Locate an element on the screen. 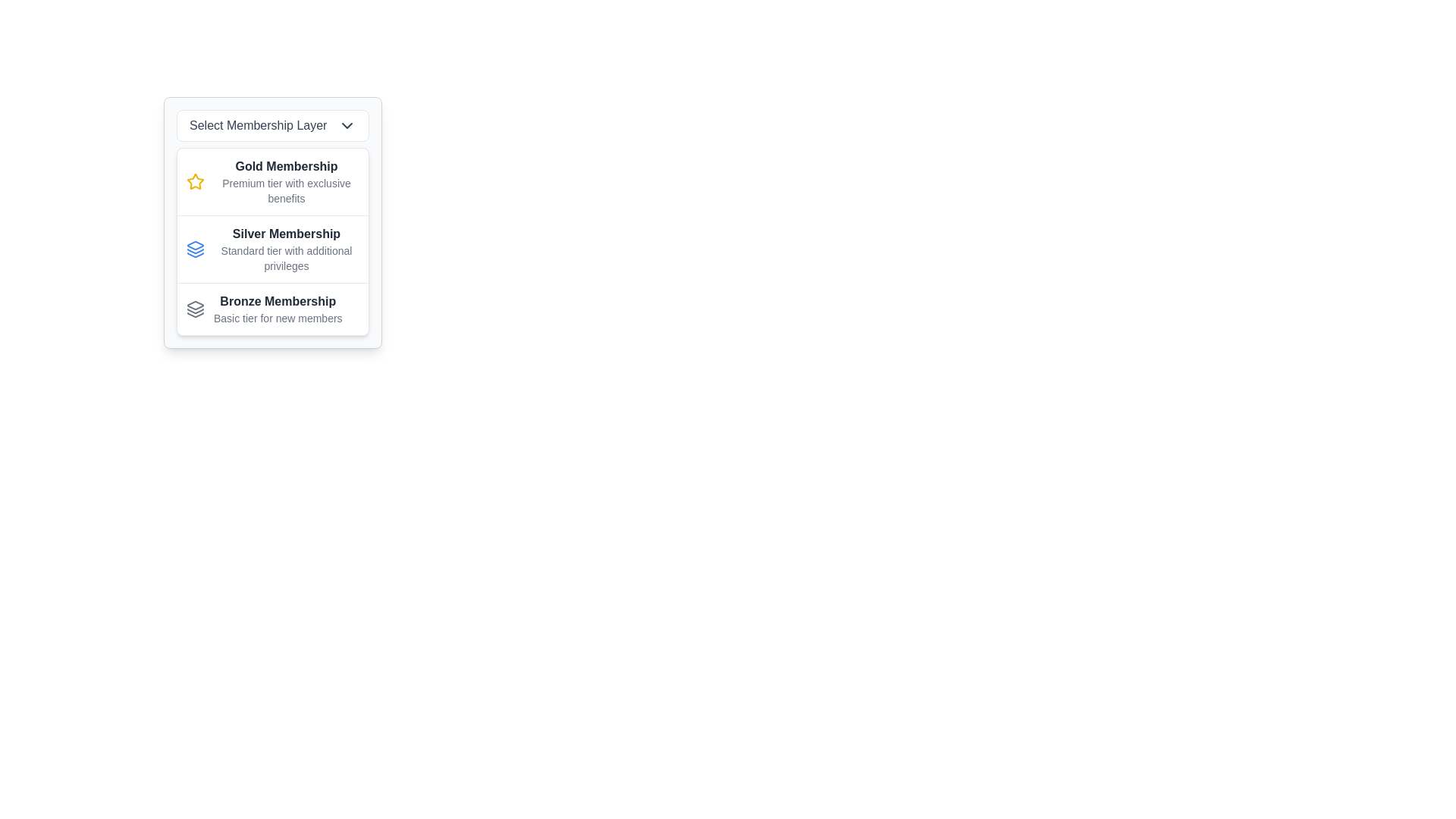 The height and width of the screenshot is (819, 1456). middle graphical layer of the SVG icon, which is styled in gray and represents the second layer in a stack of three layers is located at coordinates (195, 310).